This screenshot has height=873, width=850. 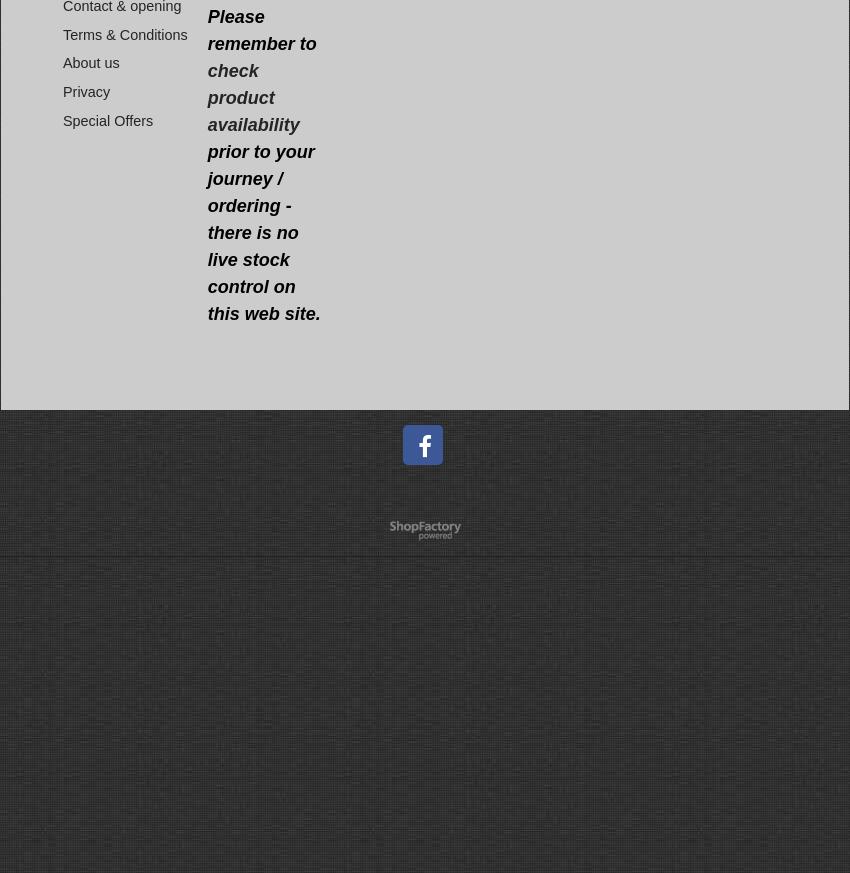 What do you see at coordinates (62, 62) in the screenshot?
I see `'About us'` at bounding box center [62, 62].